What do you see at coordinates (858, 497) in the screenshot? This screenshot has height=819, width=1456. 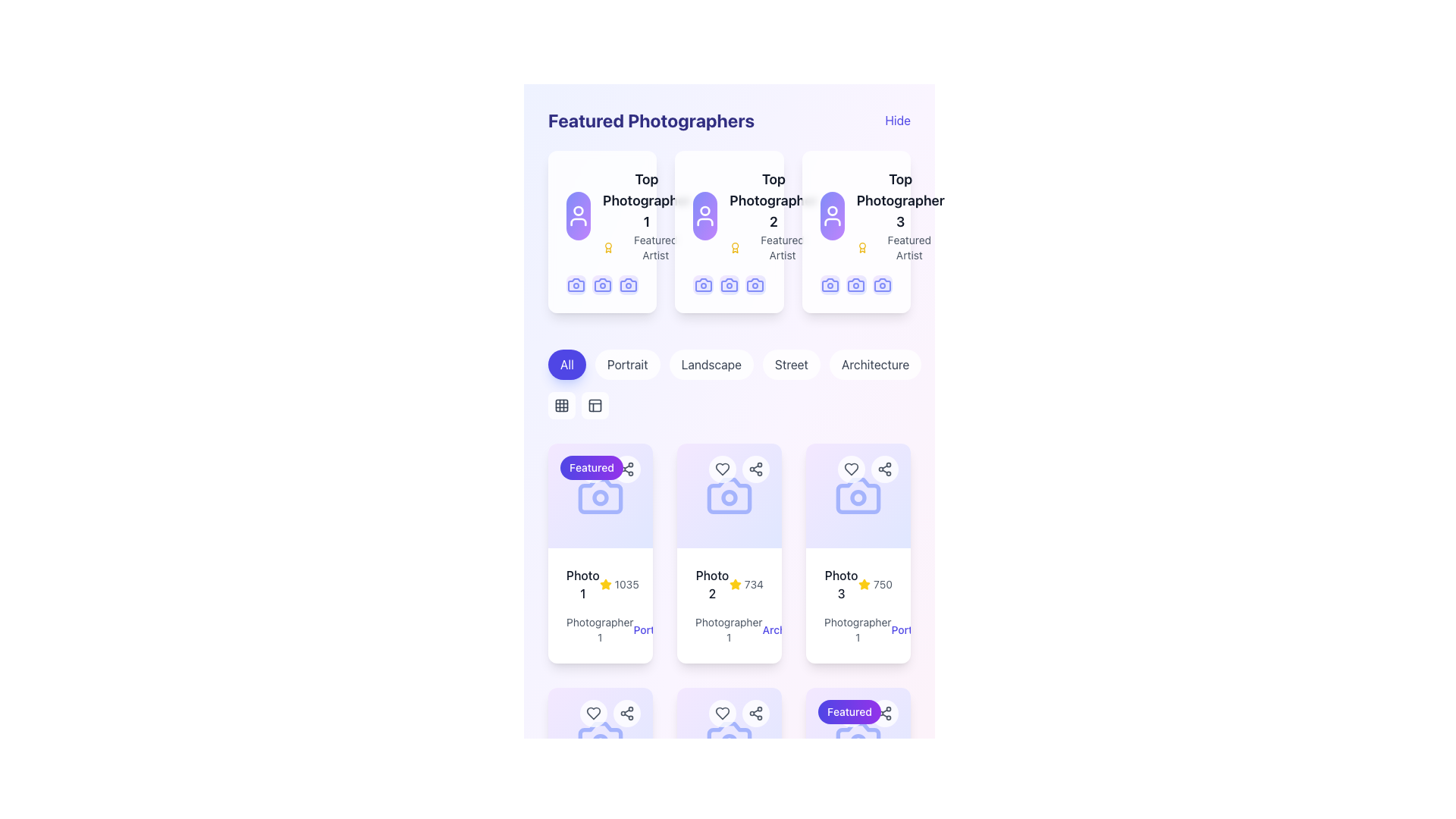 I see `the camera lens represented by a circle in the SVG graphic, located at the center of the camera icon in the last card of the second row of interface cards` at bounding box center [858, 497].